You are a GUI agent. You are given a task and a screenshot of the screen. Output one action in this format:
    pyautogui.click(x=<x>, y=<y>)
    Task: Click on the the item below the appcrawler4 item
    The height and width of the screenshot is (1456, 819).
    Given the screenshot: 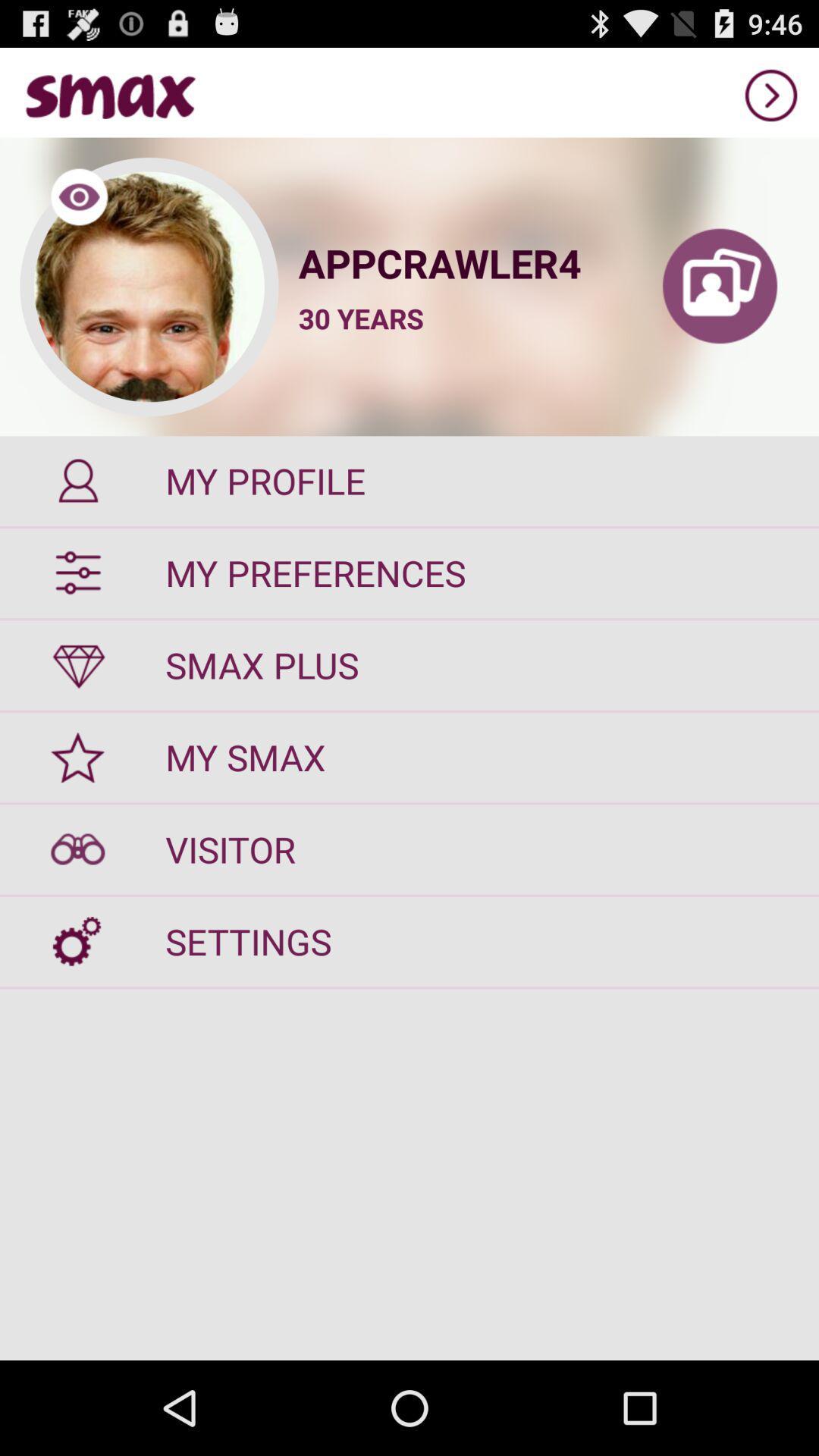 What is the action you would take?
    pyautogui.click(x=361, y=318)
    